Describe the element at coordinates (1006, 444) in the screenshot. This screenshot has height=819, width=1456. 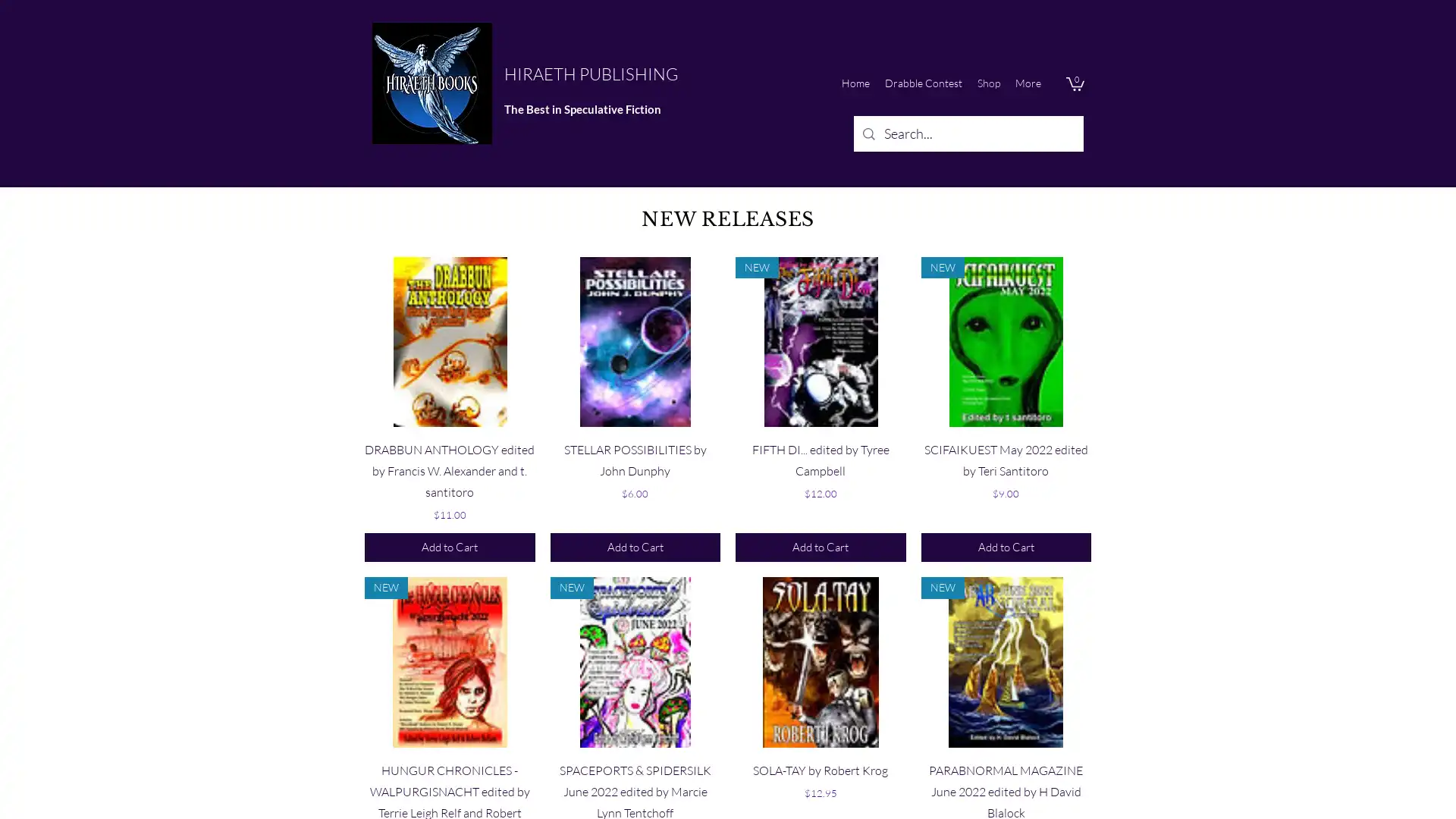
I see `Quick View` at that location.